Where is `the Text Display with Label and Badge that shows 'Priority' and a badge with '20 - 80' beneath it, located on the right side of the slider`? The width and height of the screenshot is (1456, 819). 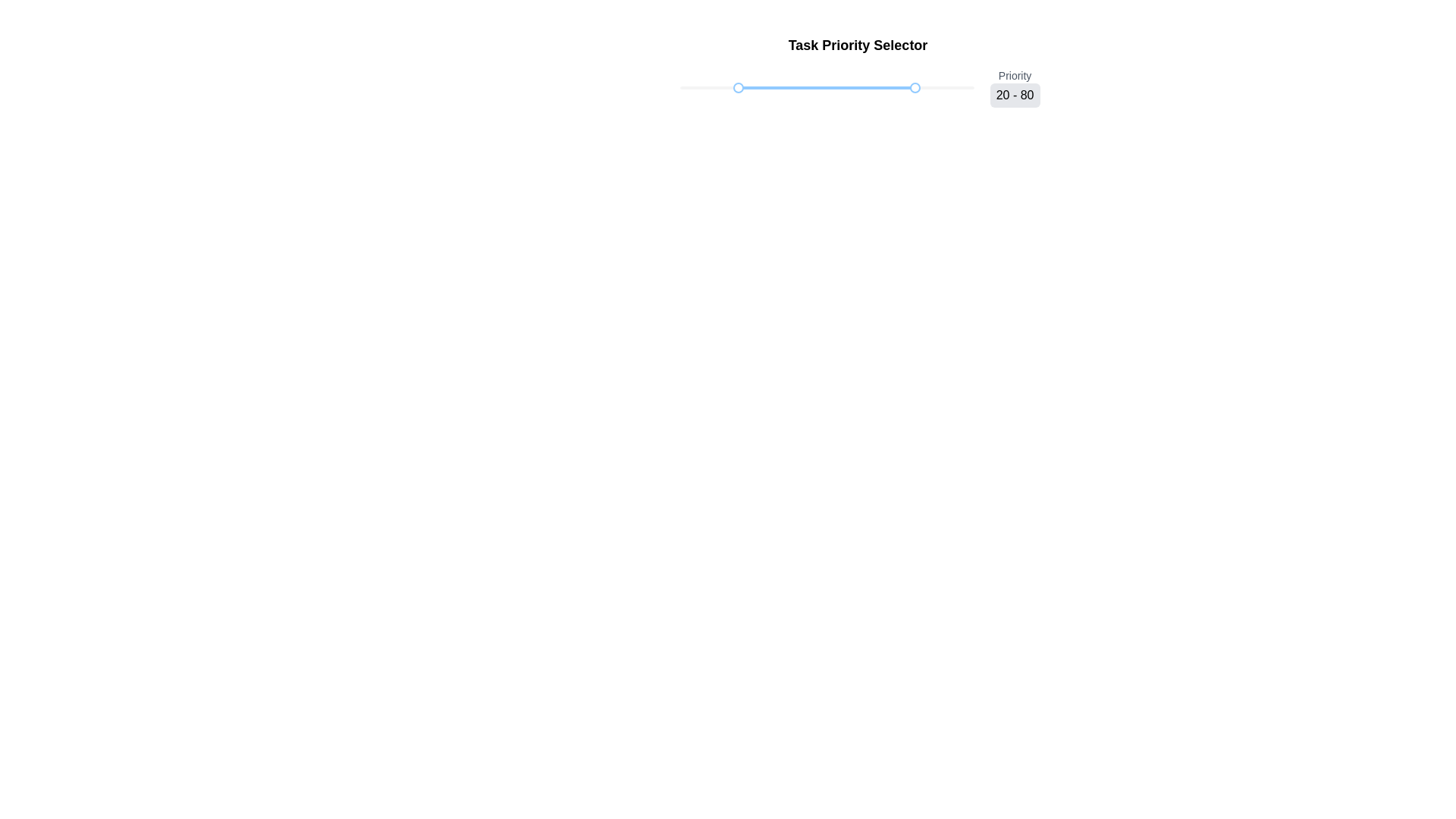 the Text Display with Label and Badge that shows 'Priority' and a badge with '20 - 80' beneath it, located on the right side of the slider is located at coordinates (1015, 87).